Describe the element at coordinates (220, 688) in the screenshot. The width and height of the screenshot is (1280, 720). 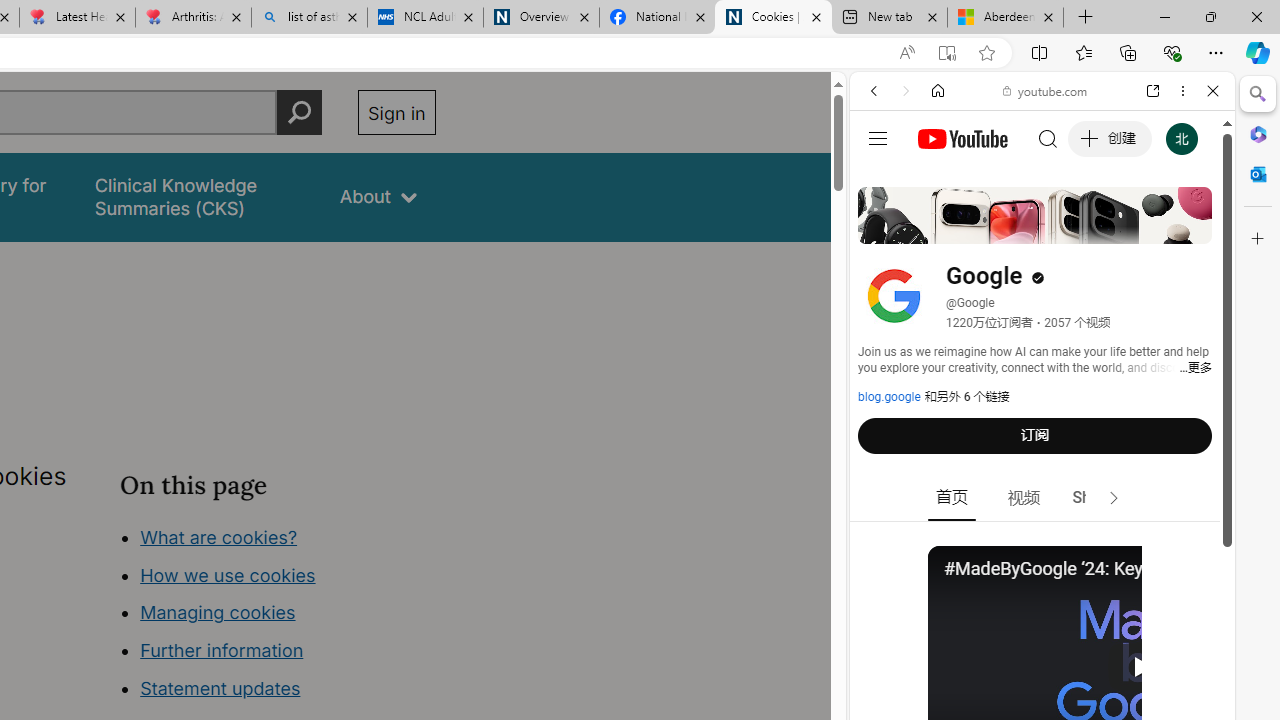
I see `'Statement updates'` at that location.